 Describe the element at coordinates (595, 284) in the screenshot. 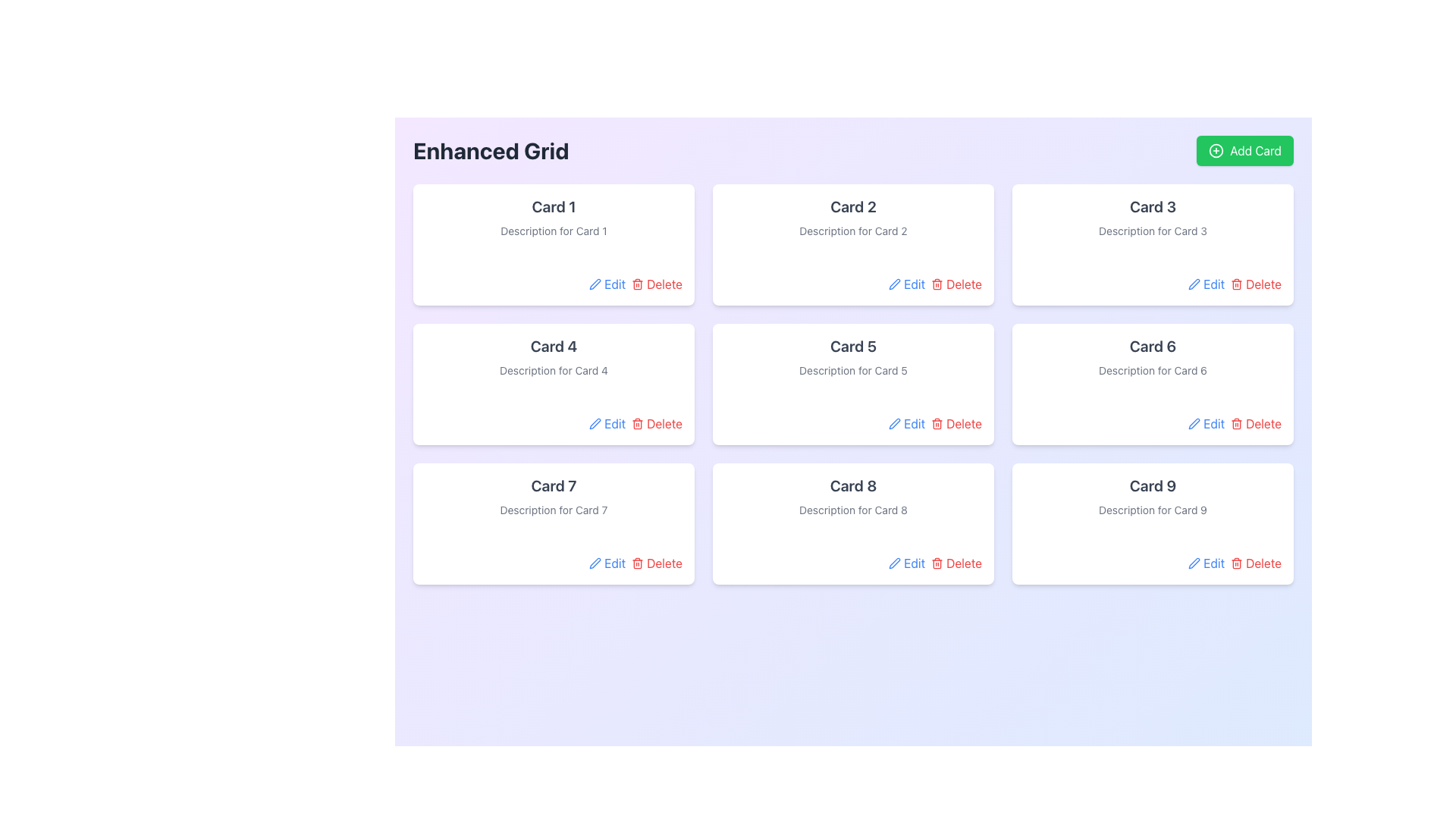

I see `the edit icon located to the left of the 'Delete' text button in the top row of the 'Card 2'` at that location.